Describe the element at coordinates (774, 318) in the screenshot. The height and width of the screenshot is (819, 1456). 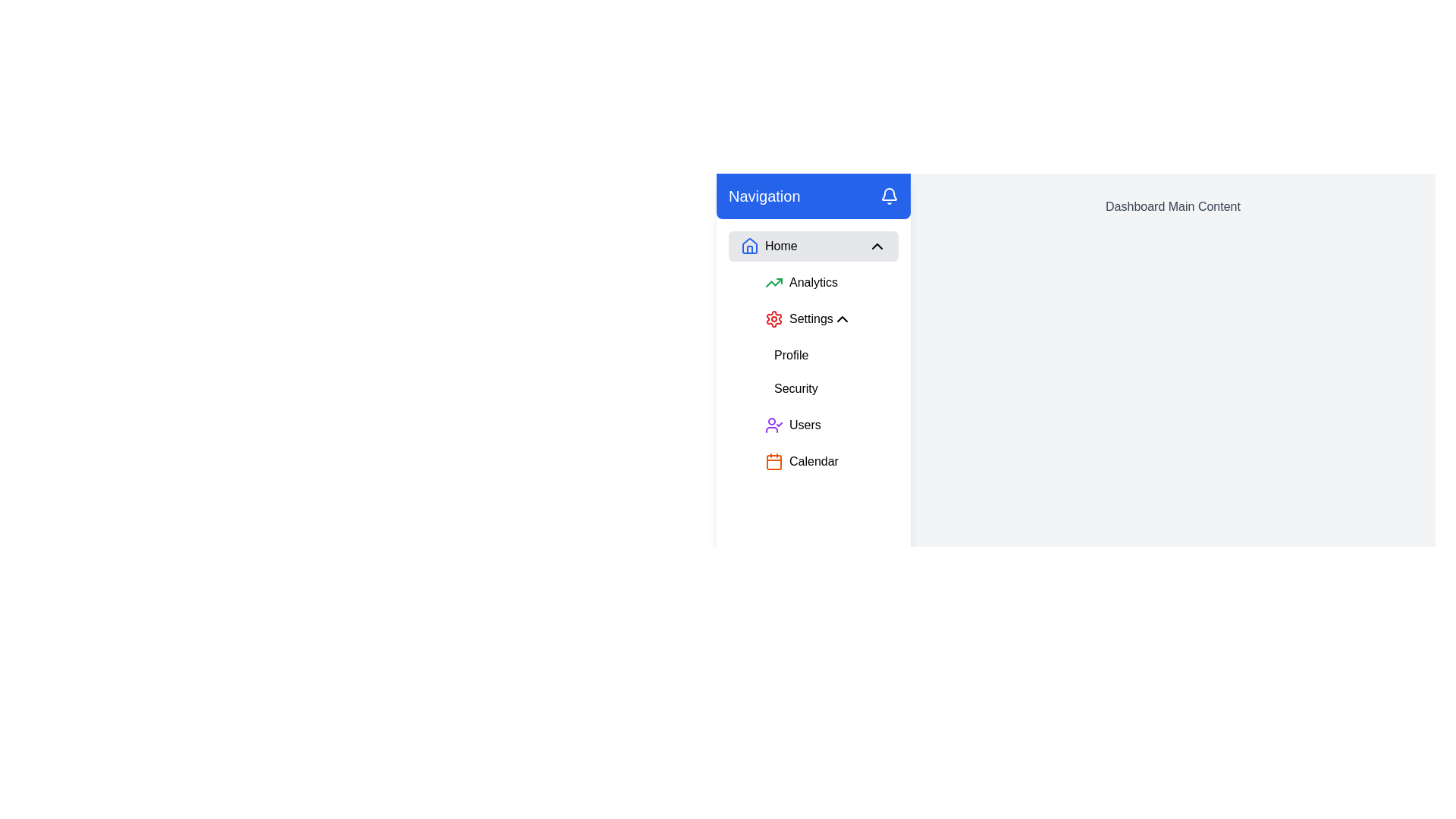
I see `the 'Settings' icon in the navigation sidebar, which visually represents the 'Settings' functionality and is located next to the 'Settings' label` at that location.